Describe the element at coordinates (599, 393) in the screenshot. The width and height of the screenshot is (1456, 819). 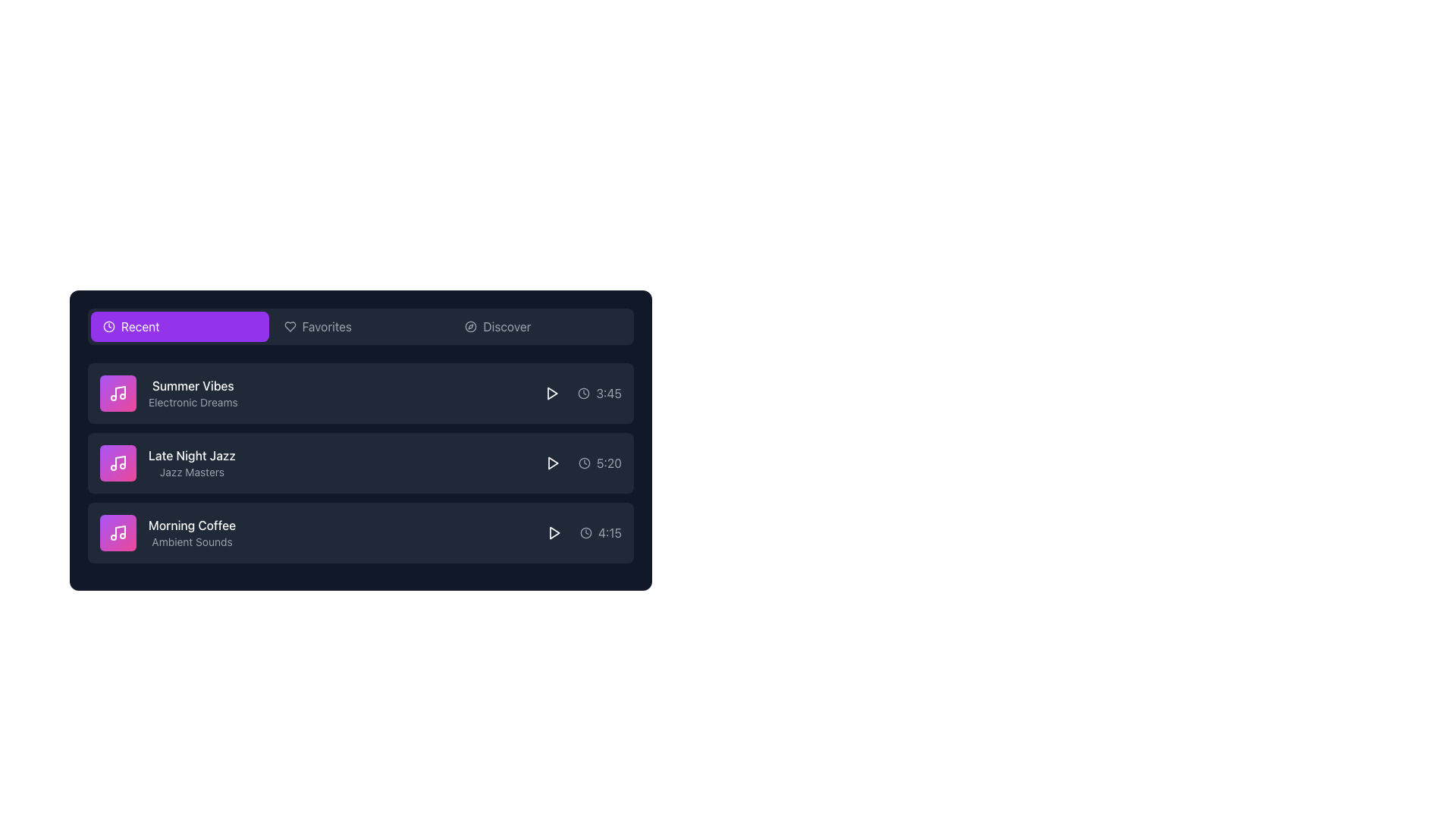
I see `the timestamp text indicating the duration of 'Summer Vibes' track located in the third row of the list` at that location.